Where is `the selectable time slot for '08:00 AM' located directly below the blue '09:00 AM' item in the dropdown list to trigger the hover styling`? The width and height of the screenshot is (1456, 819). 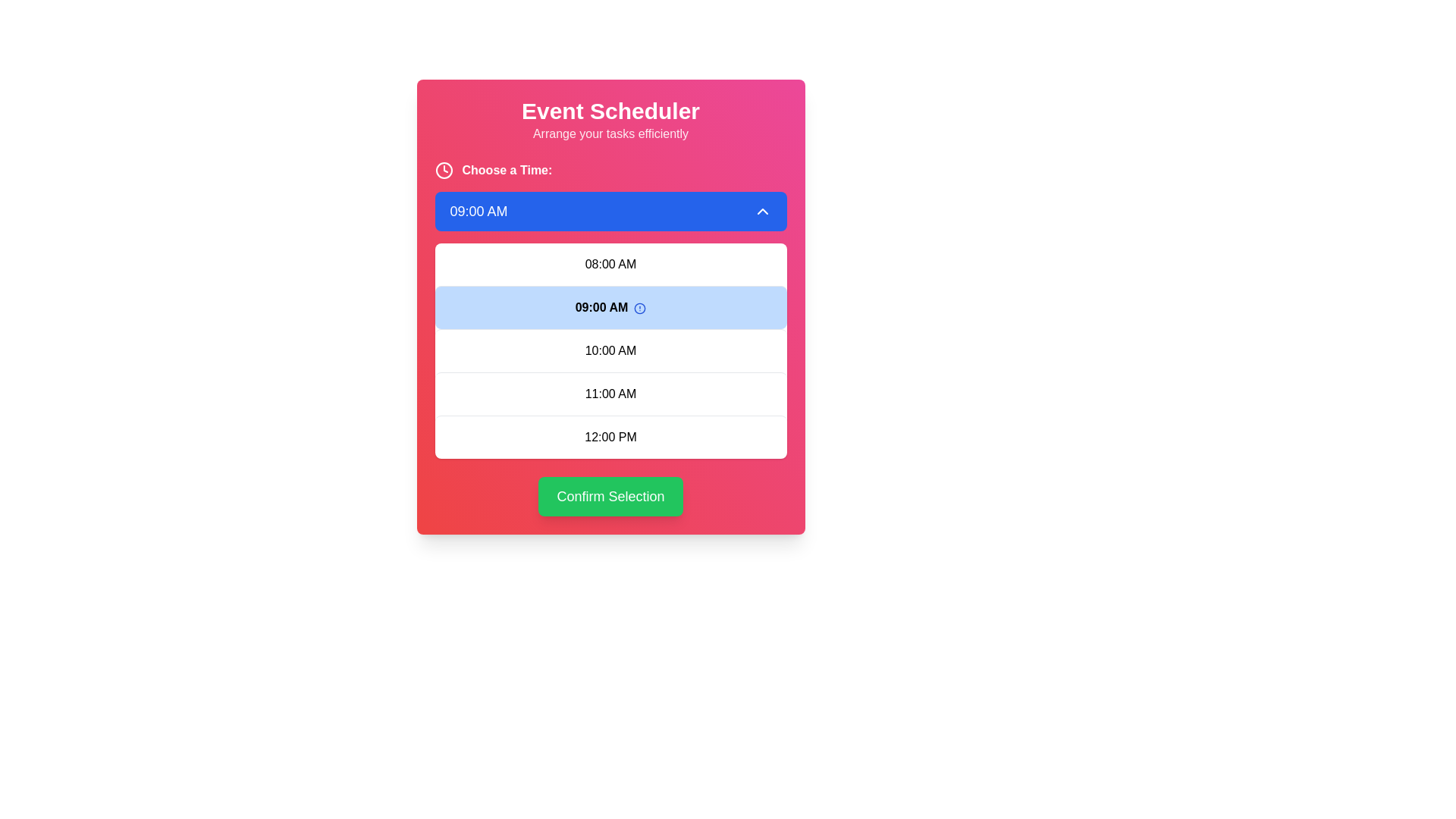
the selectable time slot for '08:00 AM' located directly below the blue '09:00 AM' item in the dropdown list to trigger the hover styling is located at coordinates (610, 263).